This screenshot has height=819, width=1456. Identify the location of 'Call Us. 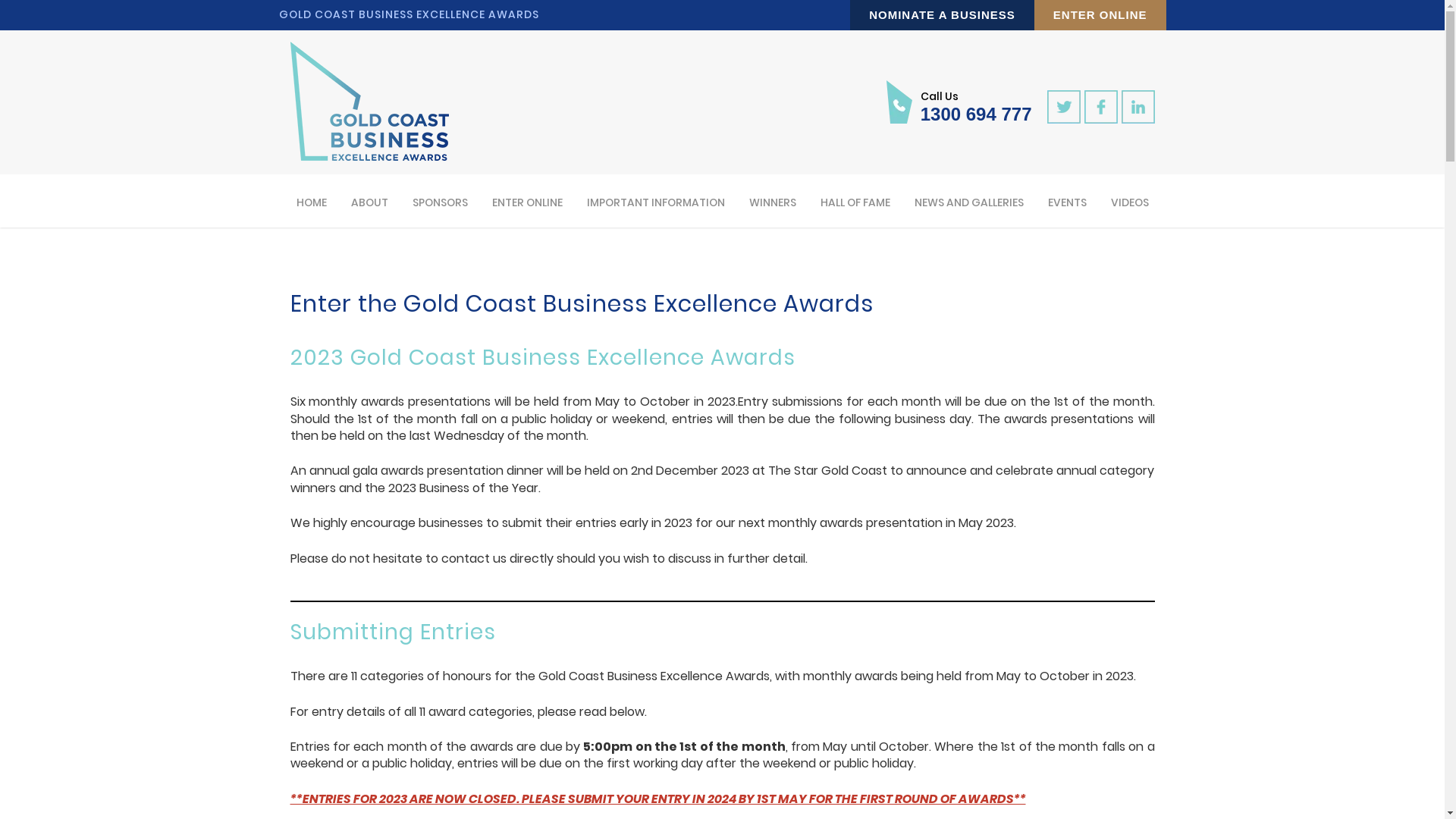
(959, 102).